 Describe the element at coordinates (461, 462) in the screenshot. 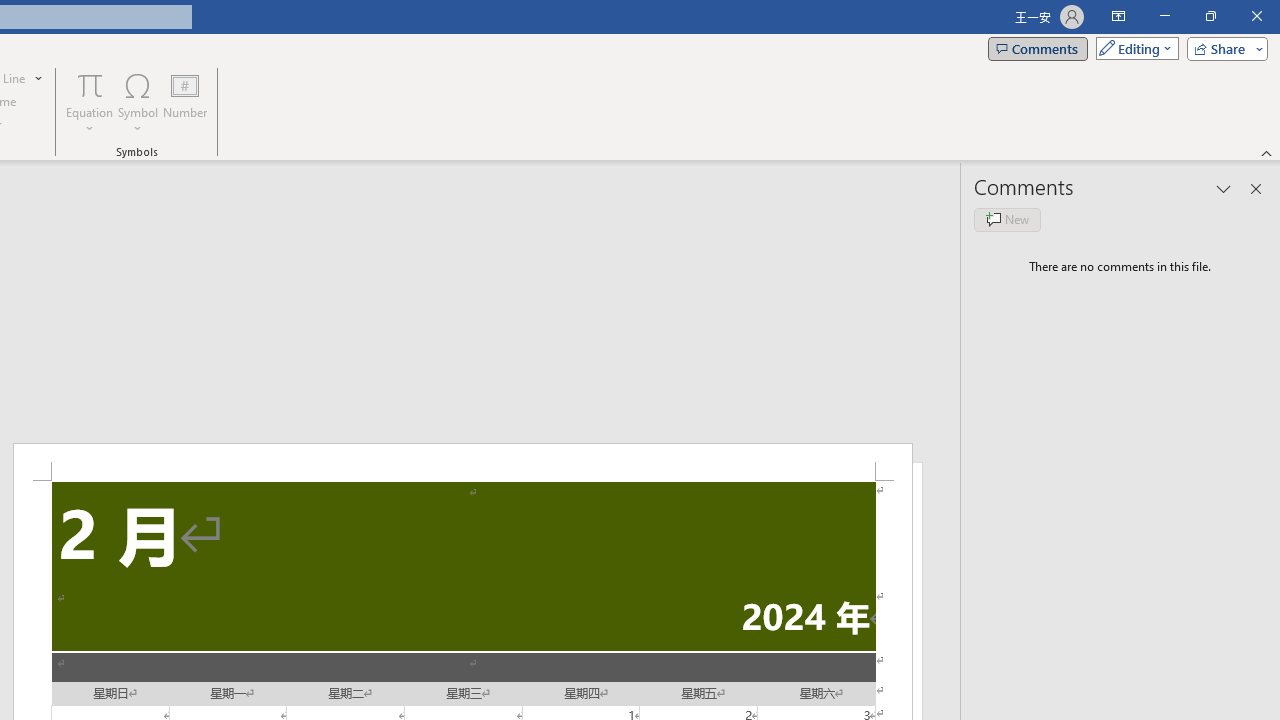

I see `'Header -Section 2-'` at that location.